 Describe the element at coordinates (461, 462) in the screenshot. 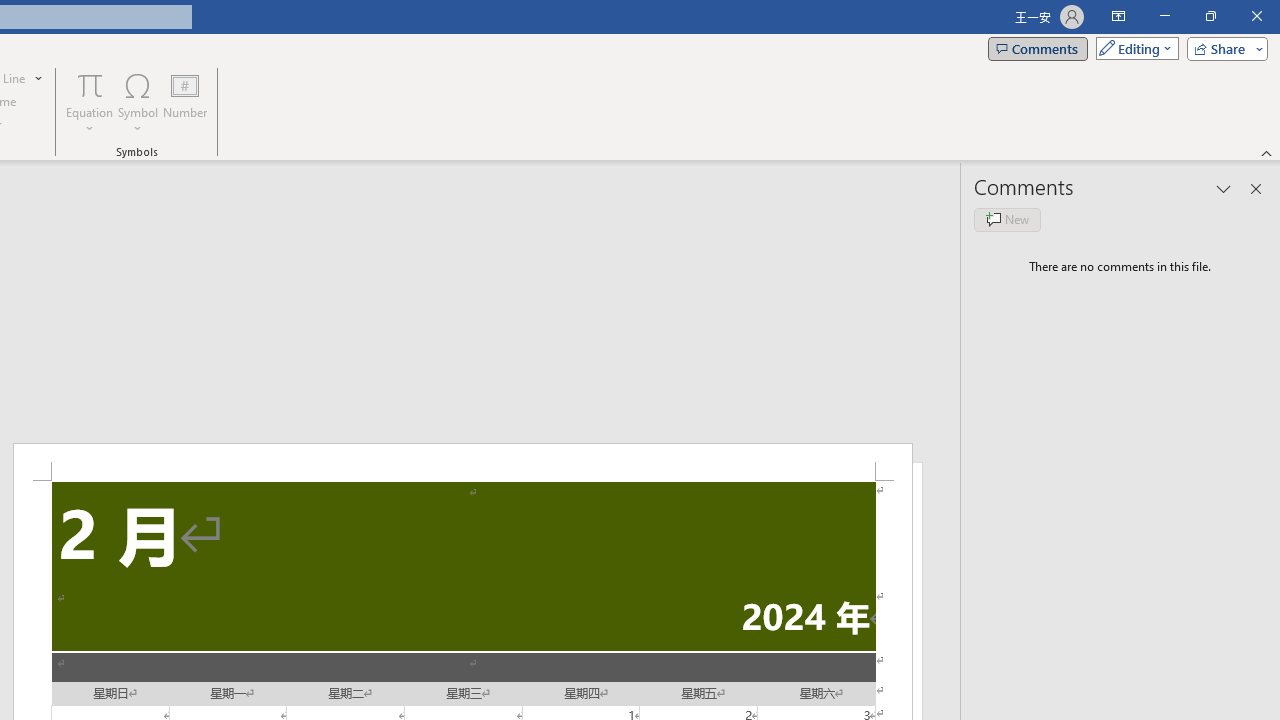

I see `'Header -Section 2-'` at that location.